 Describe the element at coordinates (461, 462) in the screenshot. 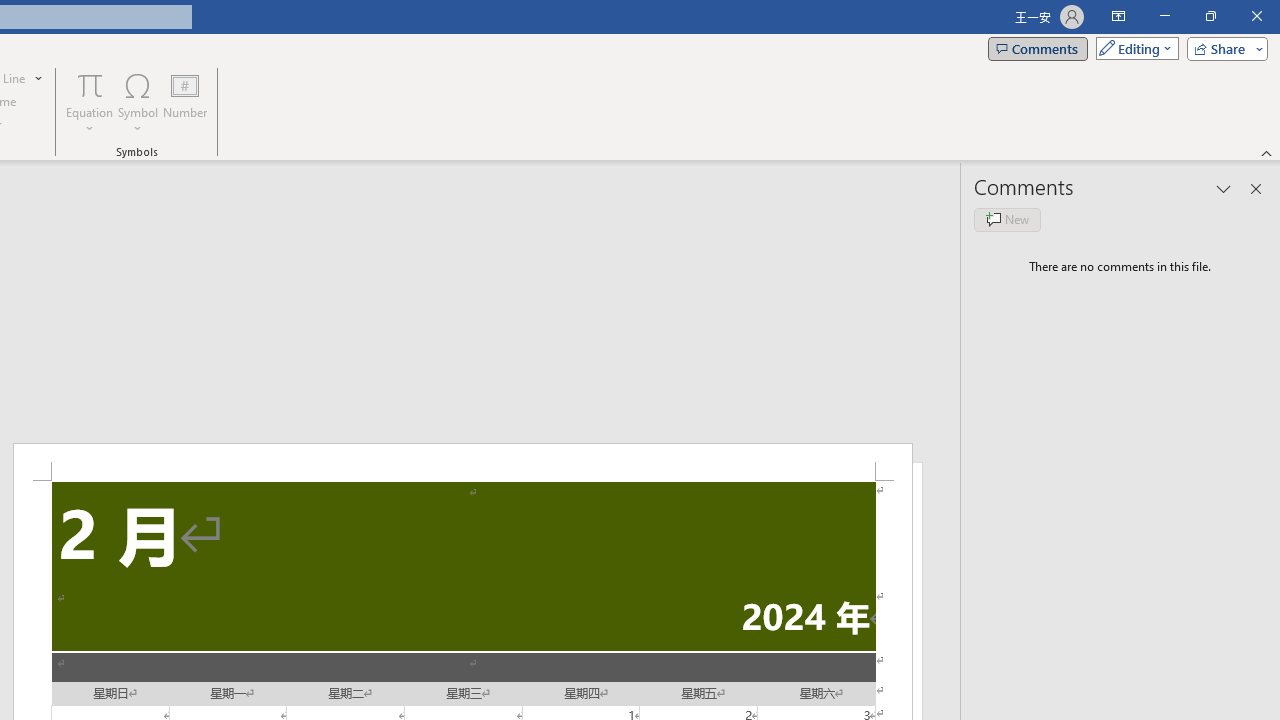

I see `'Header -Section 2-'` at that location.